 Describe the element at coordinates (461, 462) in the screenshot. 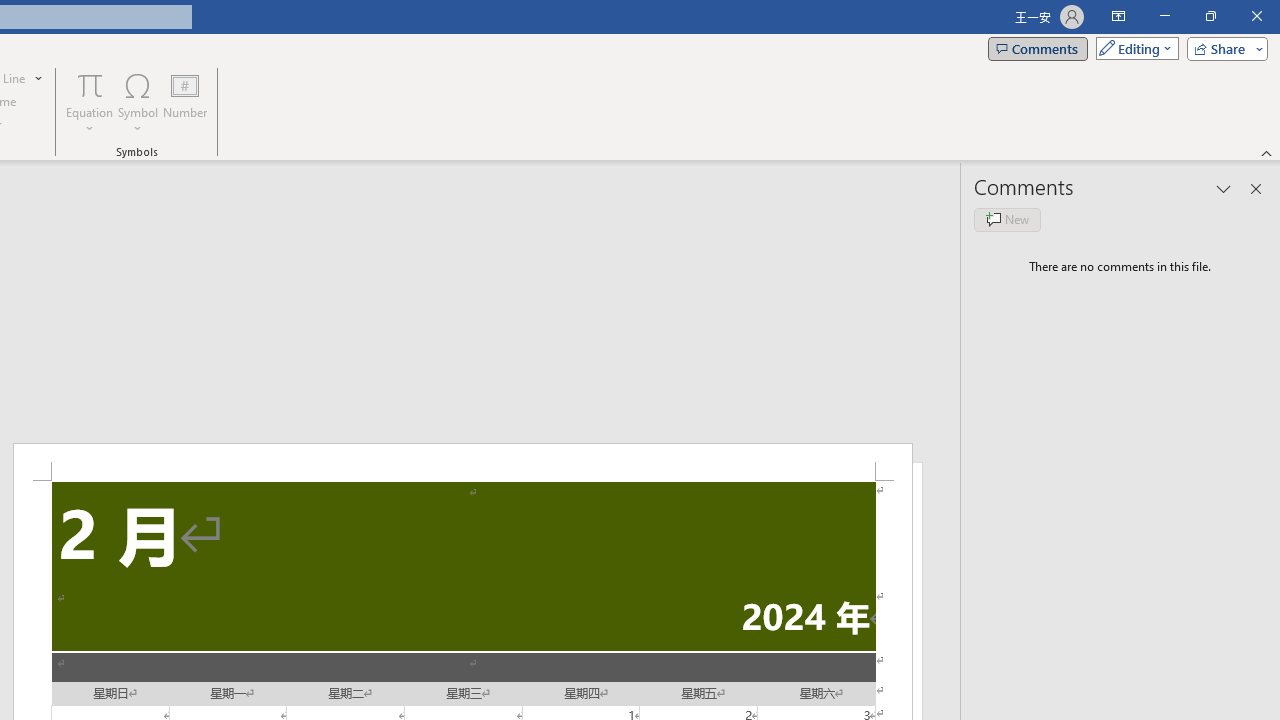

I see `'Header -Section 2-'` at that location.